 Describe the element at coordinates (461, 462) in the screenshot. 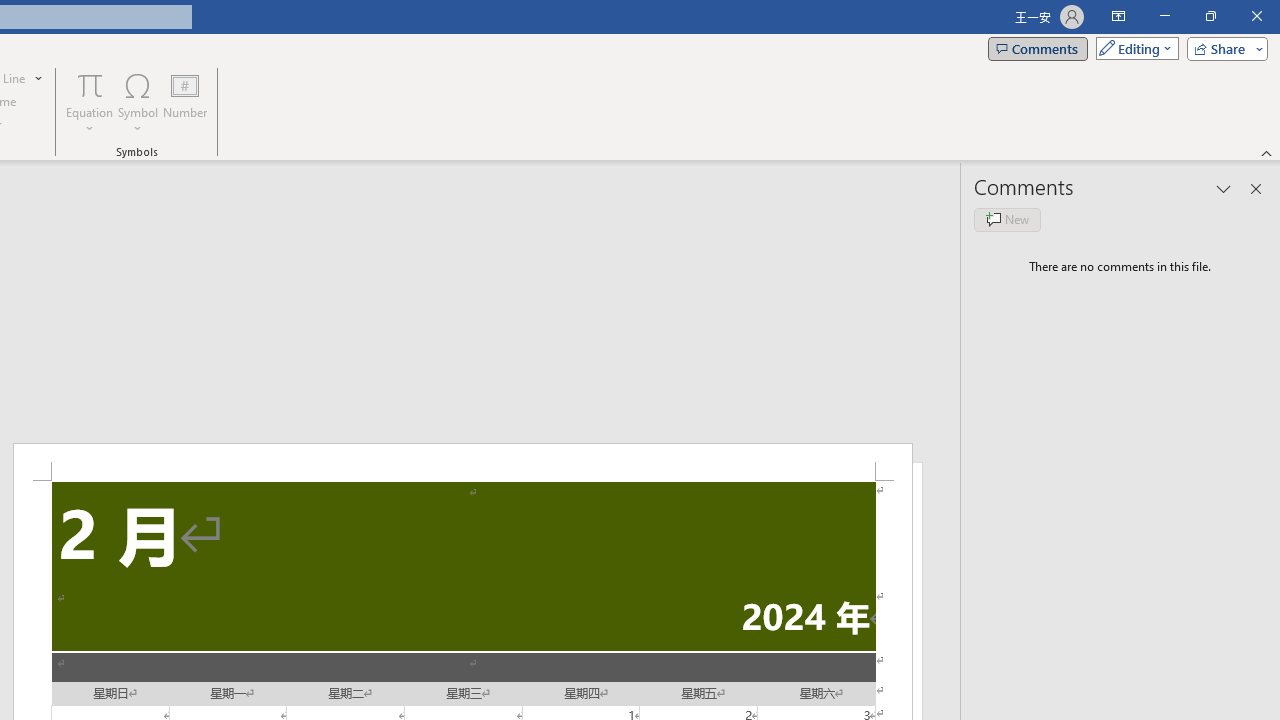

I see `'Header -Section 2-'` at that location.